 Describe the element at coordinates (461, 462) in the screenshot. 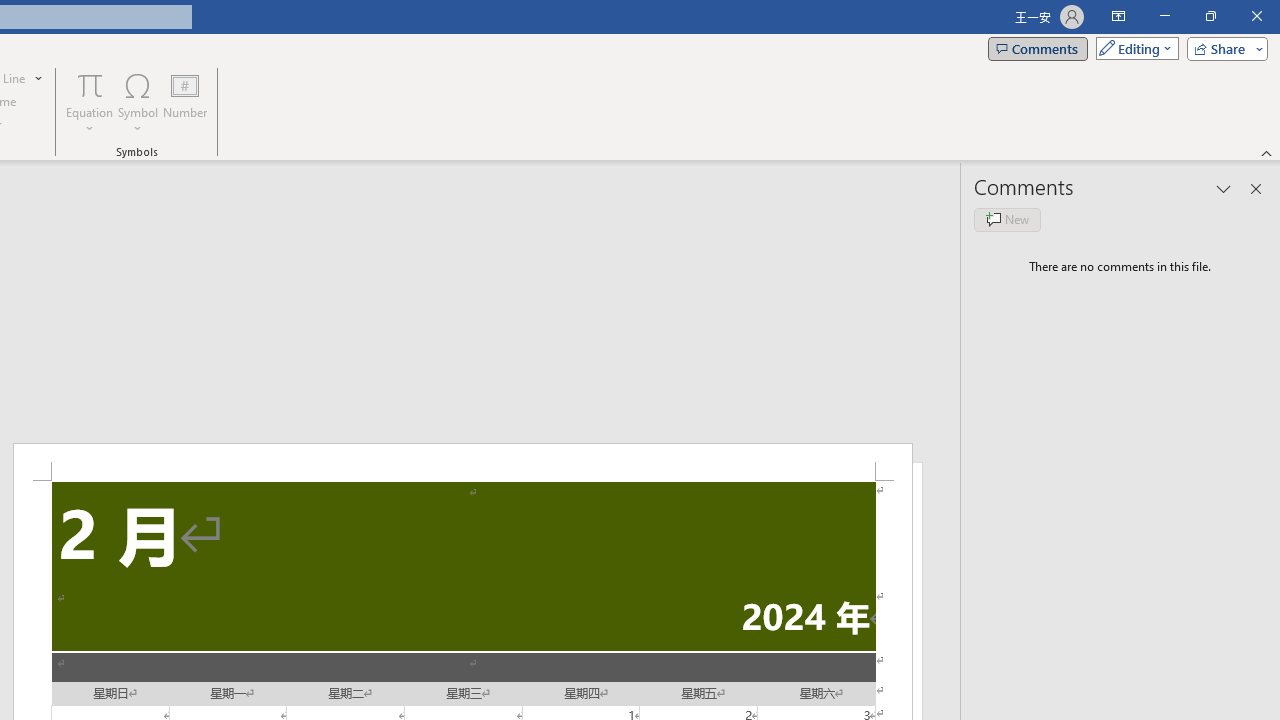

I see `'Header -Section 2-'` at that location.